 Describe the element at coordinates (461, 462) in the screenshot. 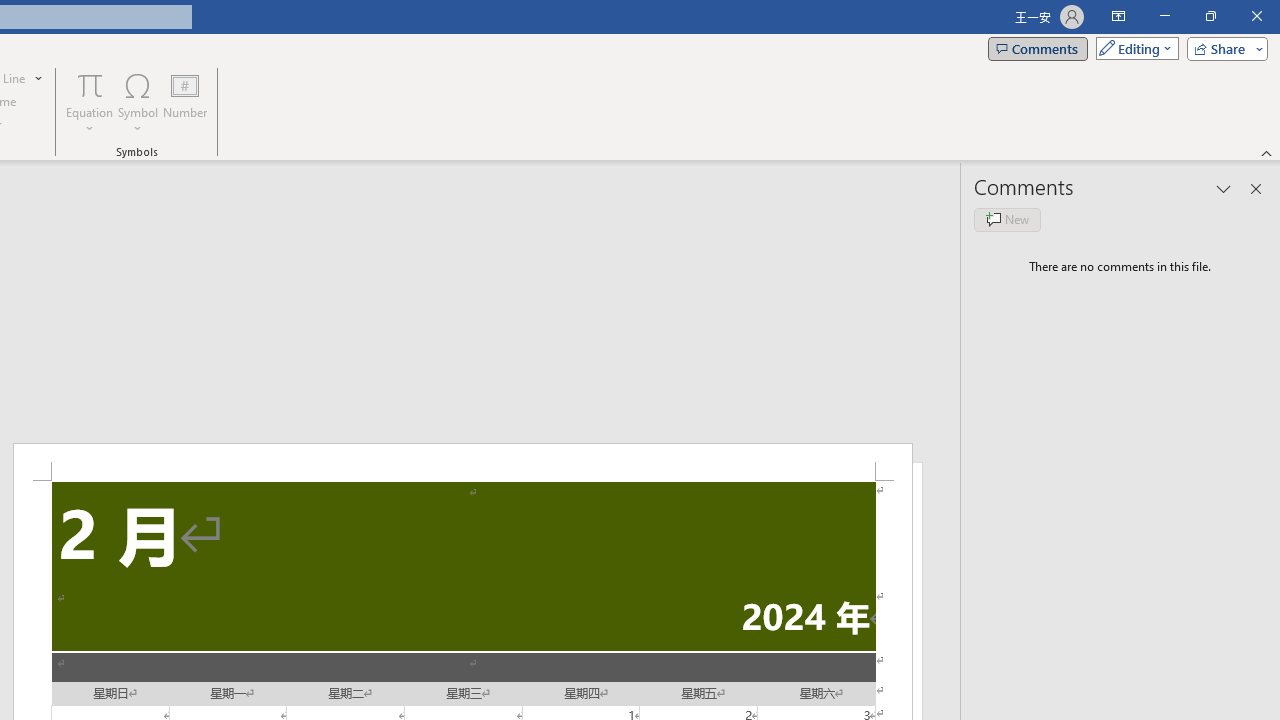

I see `'Header -Section 2-'` at that location.